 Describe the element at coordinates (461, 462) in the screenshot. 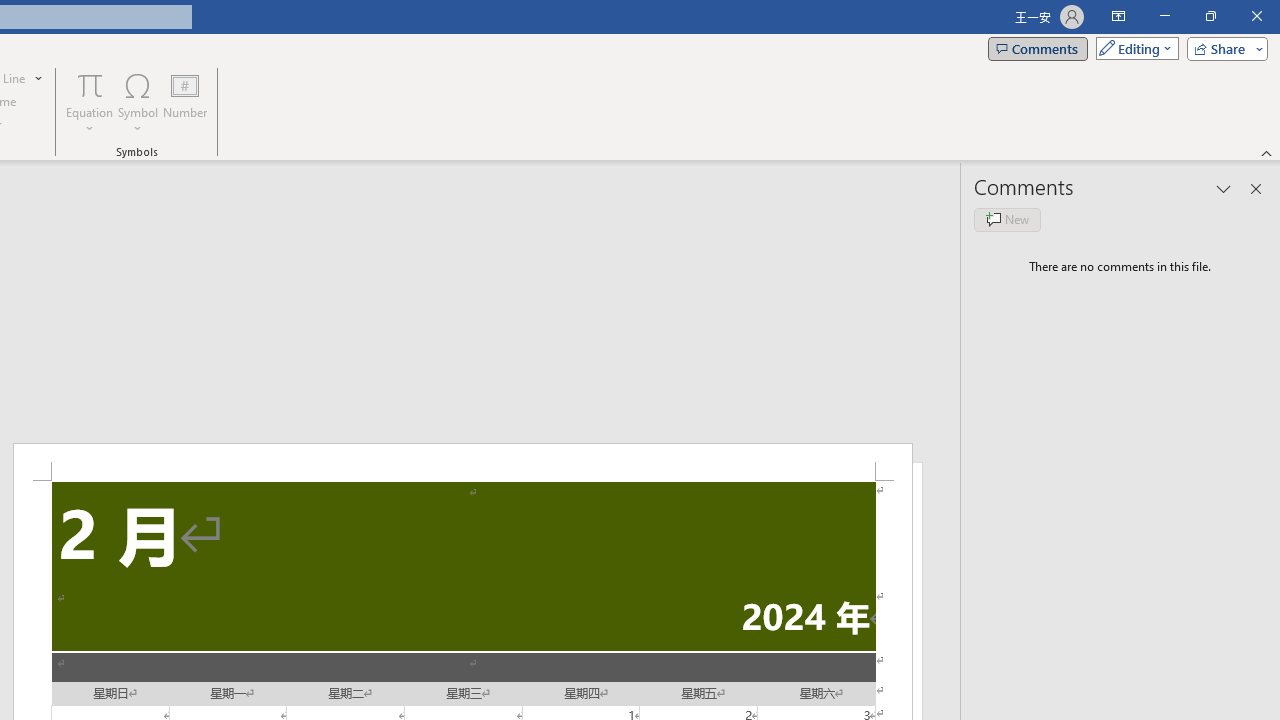

I see `'Header -Section 2-'` at that location.